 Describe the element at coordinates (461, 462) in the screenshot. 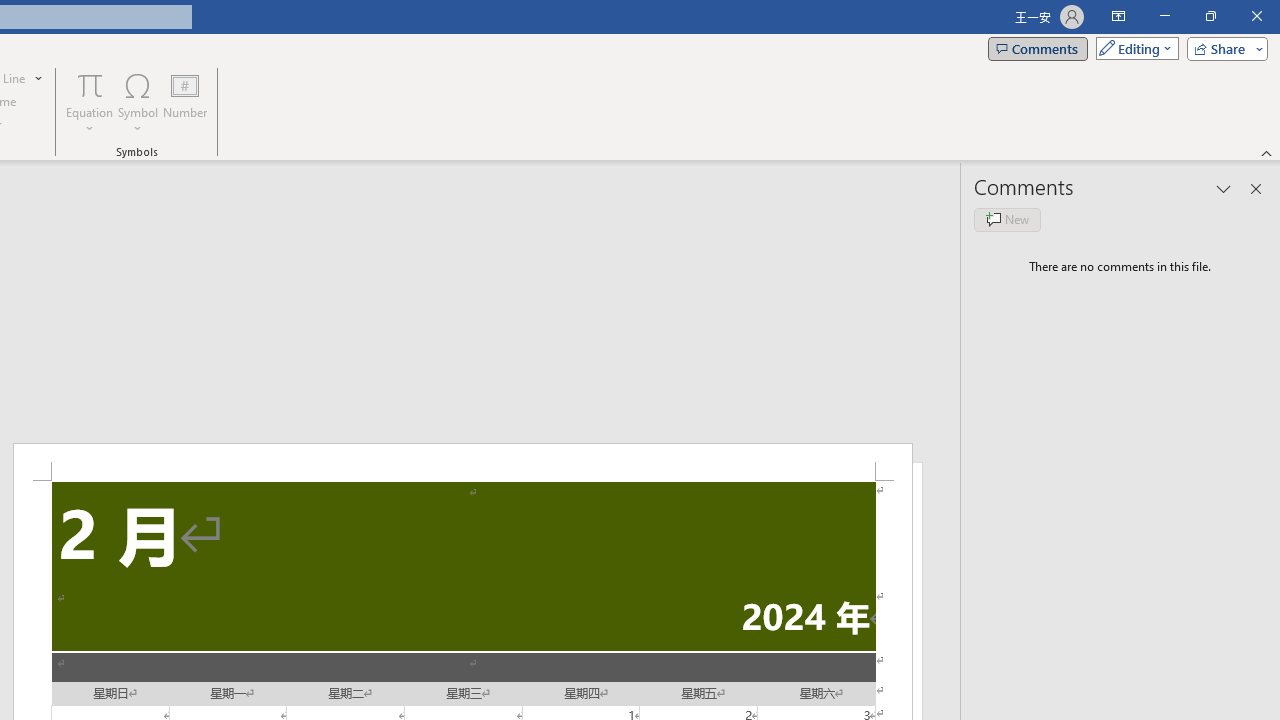

I see `'Header -Section 2-'` at that location.